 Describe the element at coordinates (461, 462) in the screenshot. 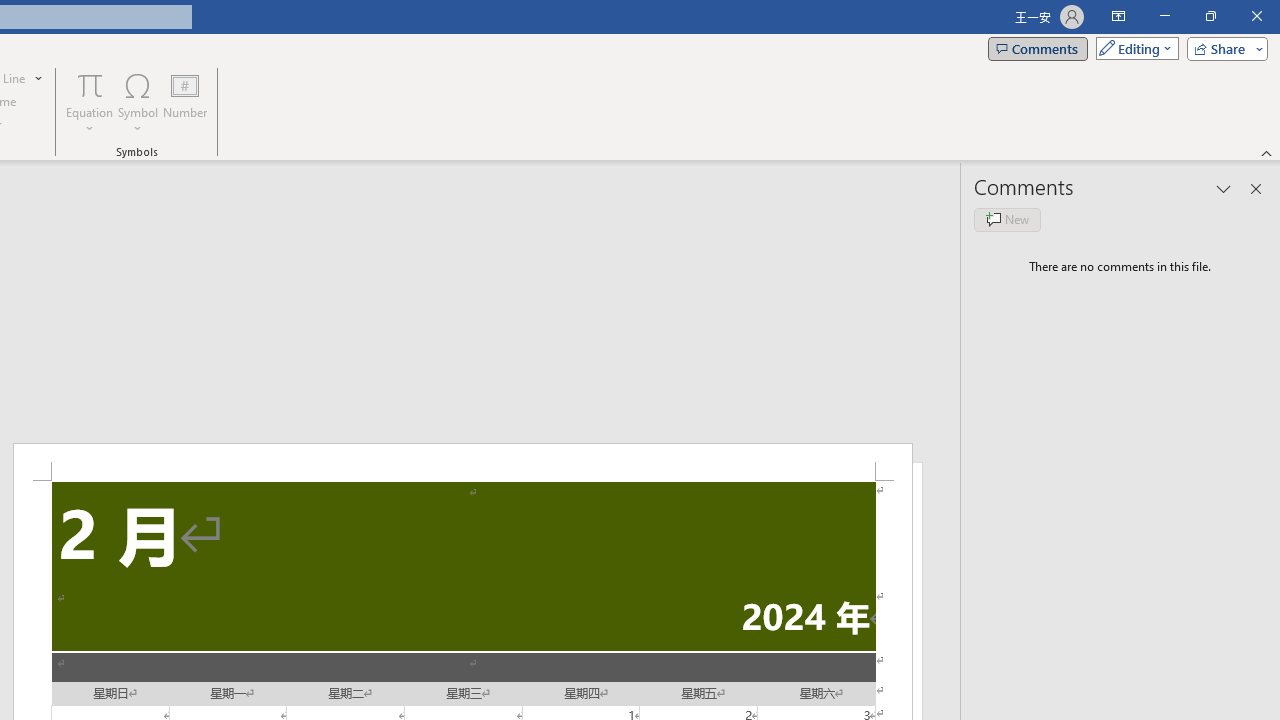

I see `'Header -Section 2-'` at that location.